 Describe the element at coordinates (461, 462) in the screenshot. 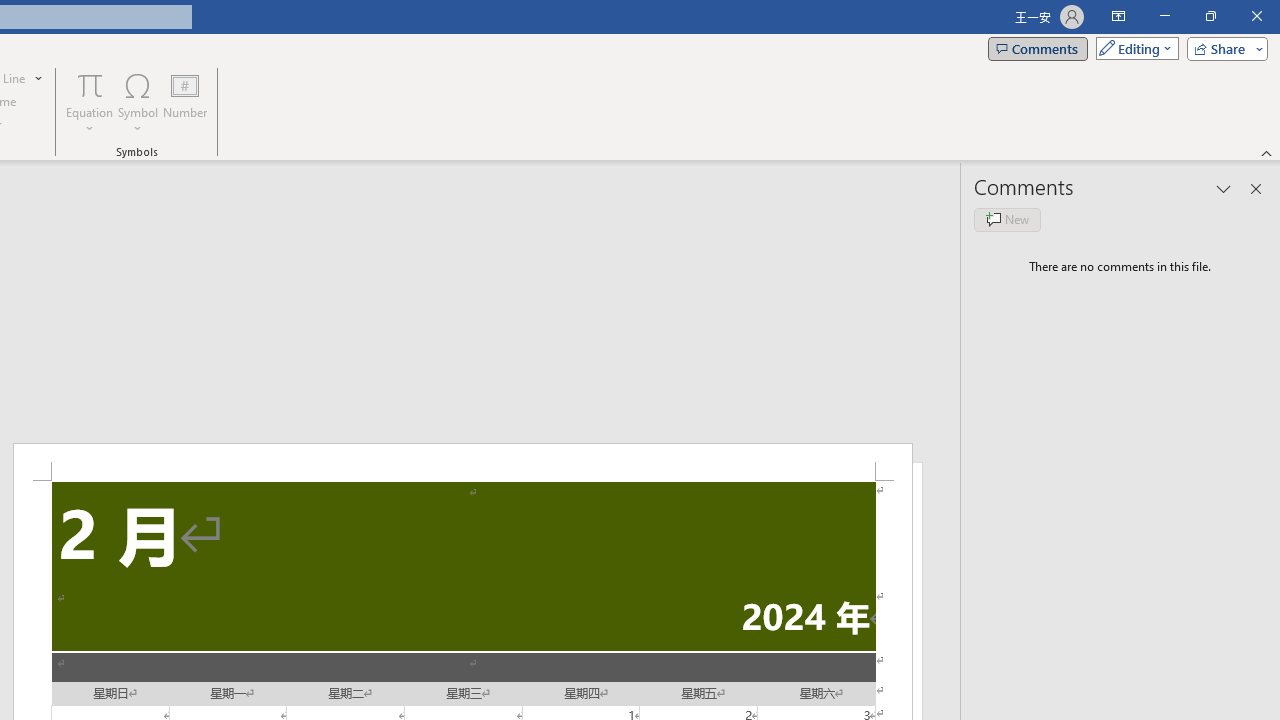

I see `'Header -Section 2-'` at that location.